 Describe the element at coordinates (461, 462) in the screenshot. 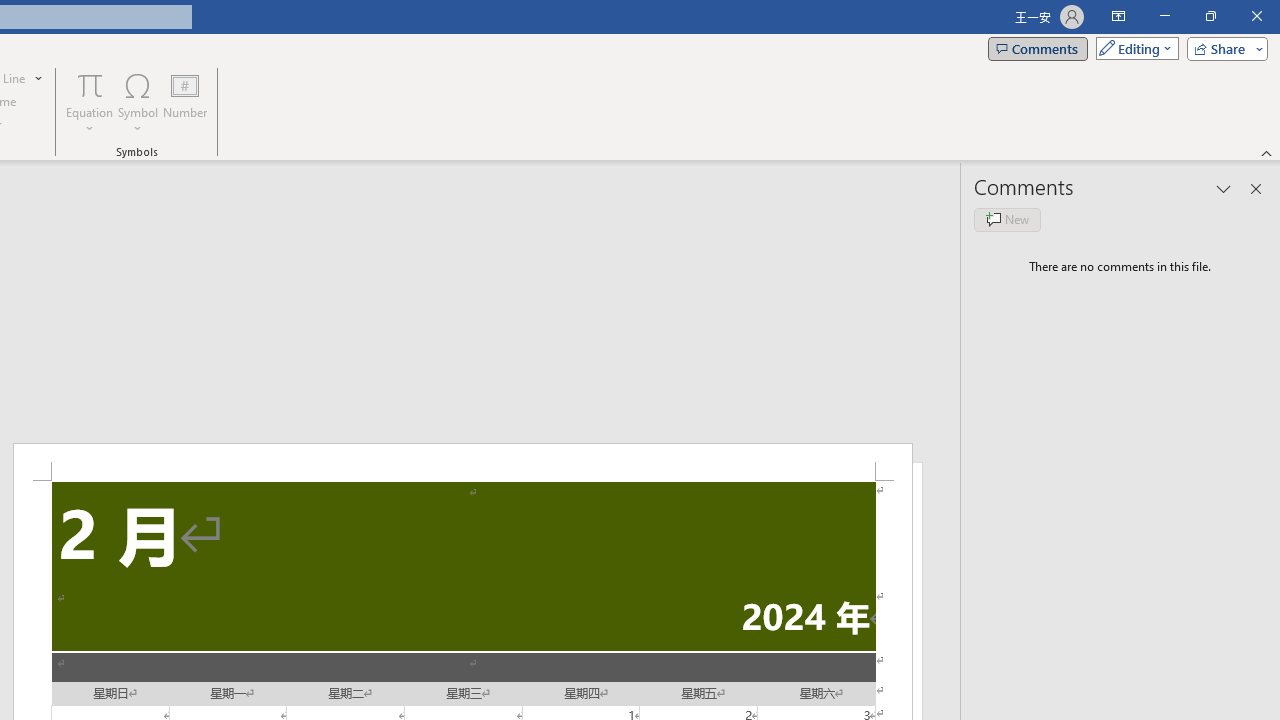

I see `'Header -Section 2-'` at that location.